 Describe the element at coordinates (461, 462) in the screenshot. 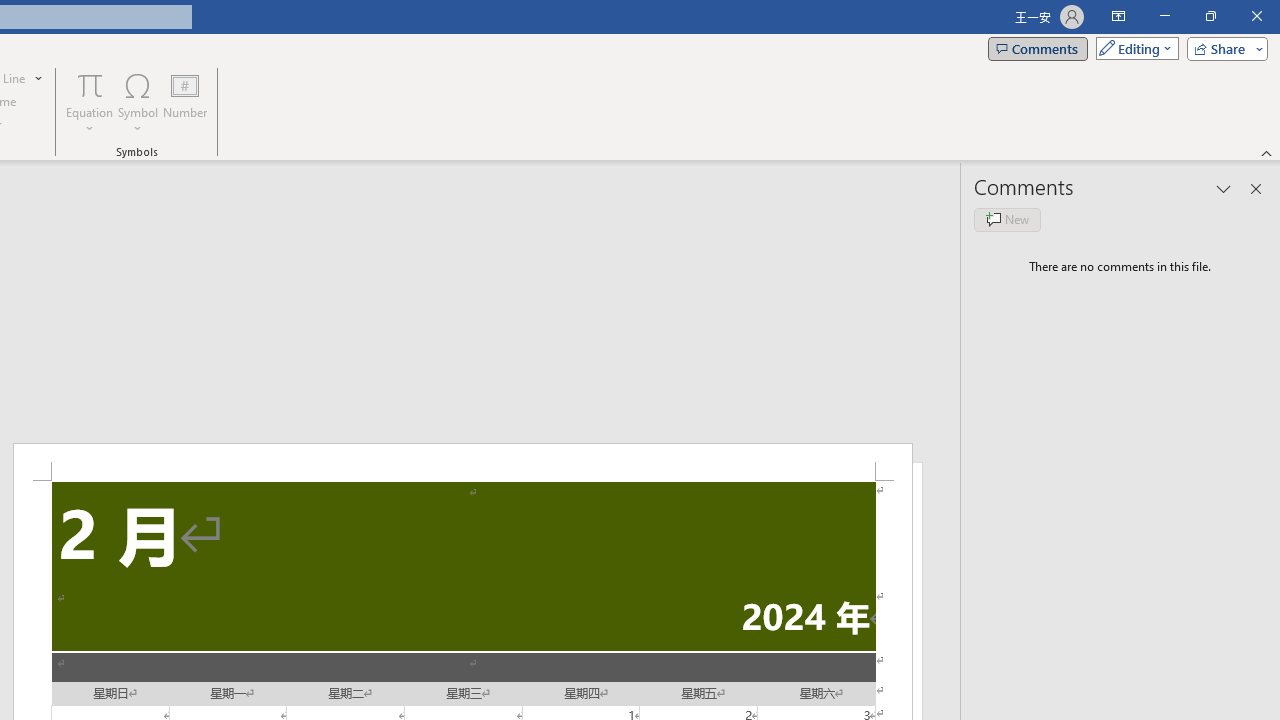

I see `'Header -Section 2-'` at that location.